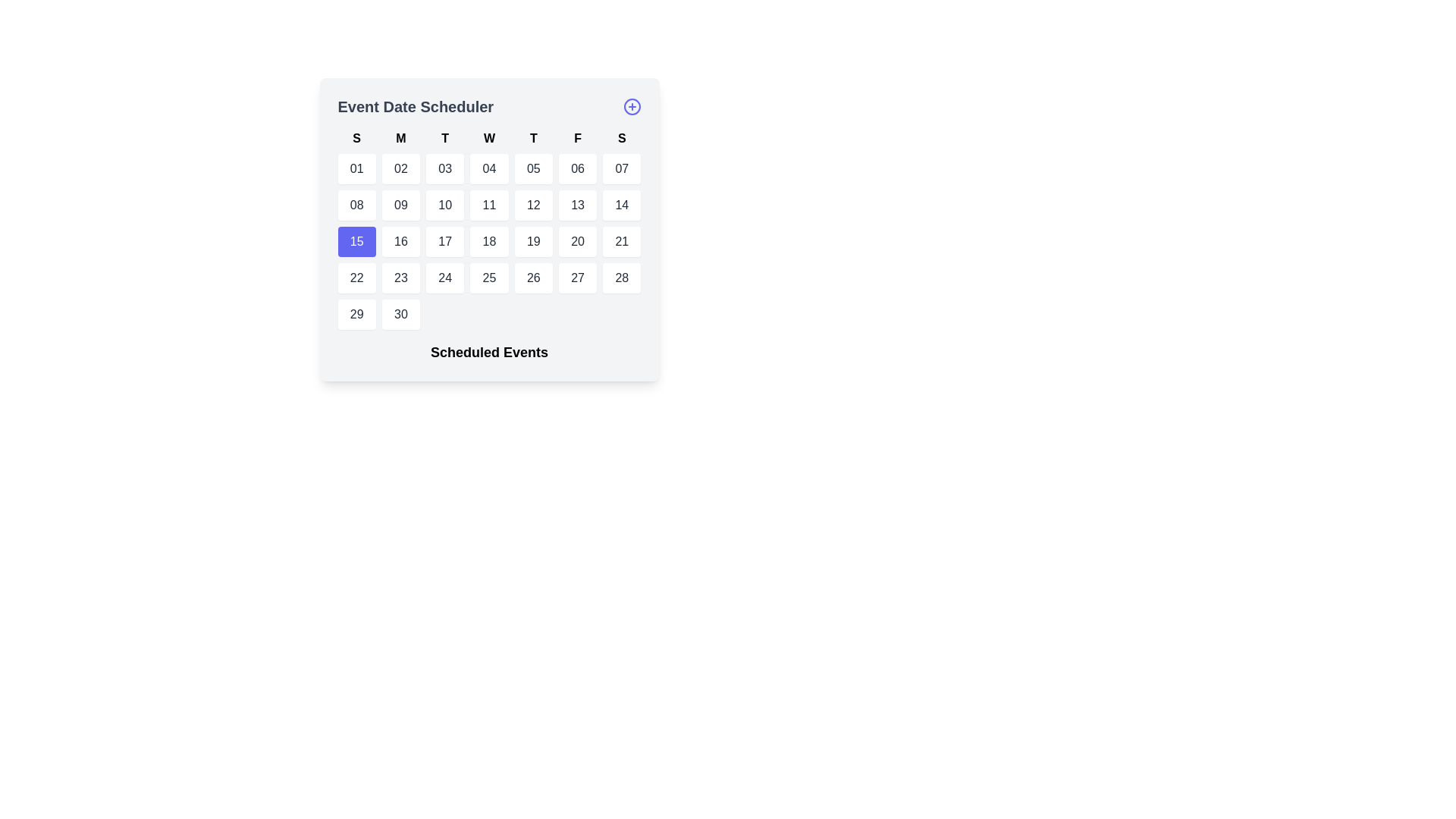 The width and height of the screenshot is (1456, 819). I want to click on the rounded rectangular button with gray text '29' in the bottom-left corner of the fifth row and first column of the calendar grid, so click(356, 314).